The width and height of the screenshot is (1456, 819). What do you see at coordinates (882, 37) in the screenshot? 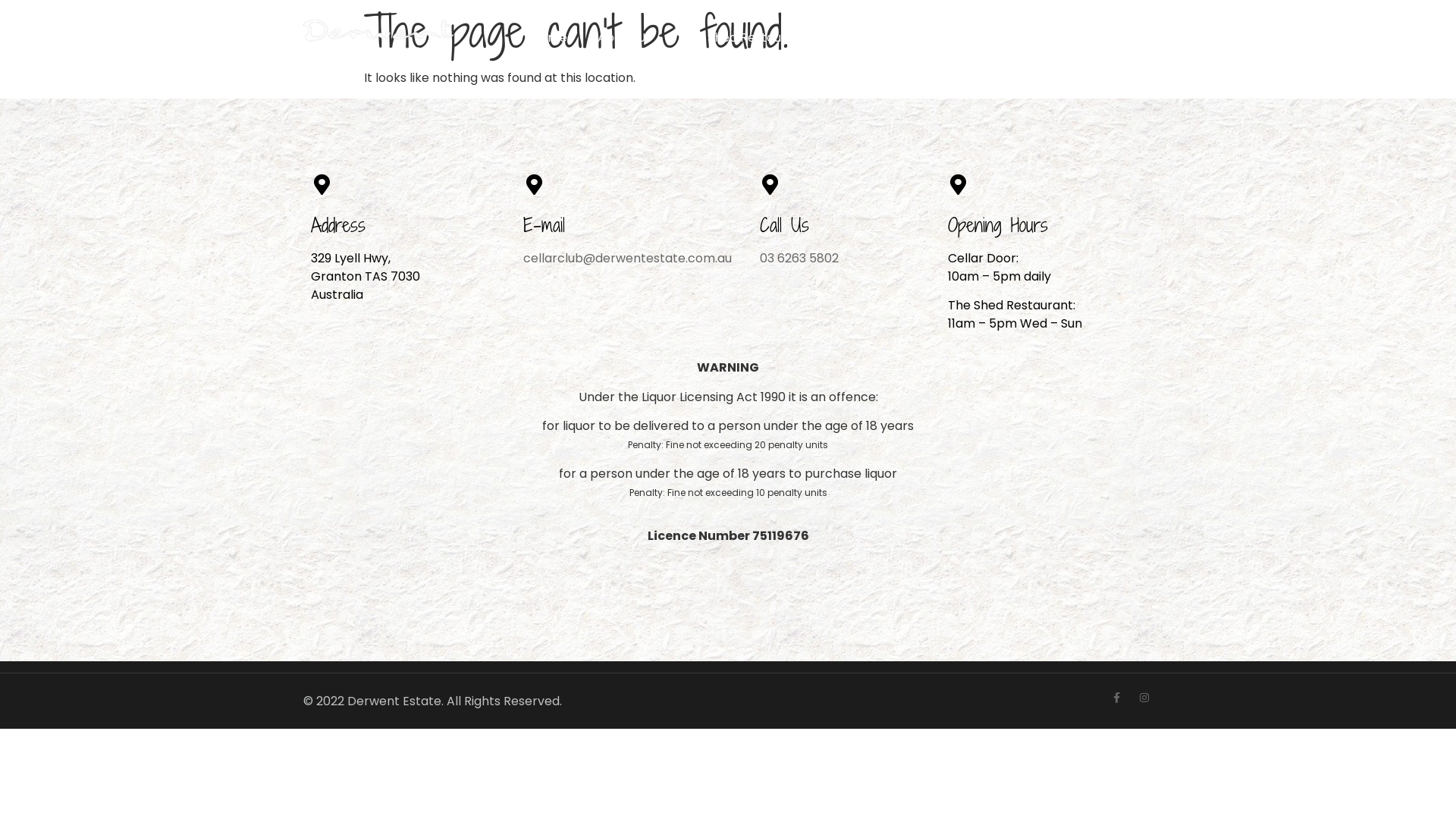
I see `'Wine Club'` at bounding box center [882, 37].